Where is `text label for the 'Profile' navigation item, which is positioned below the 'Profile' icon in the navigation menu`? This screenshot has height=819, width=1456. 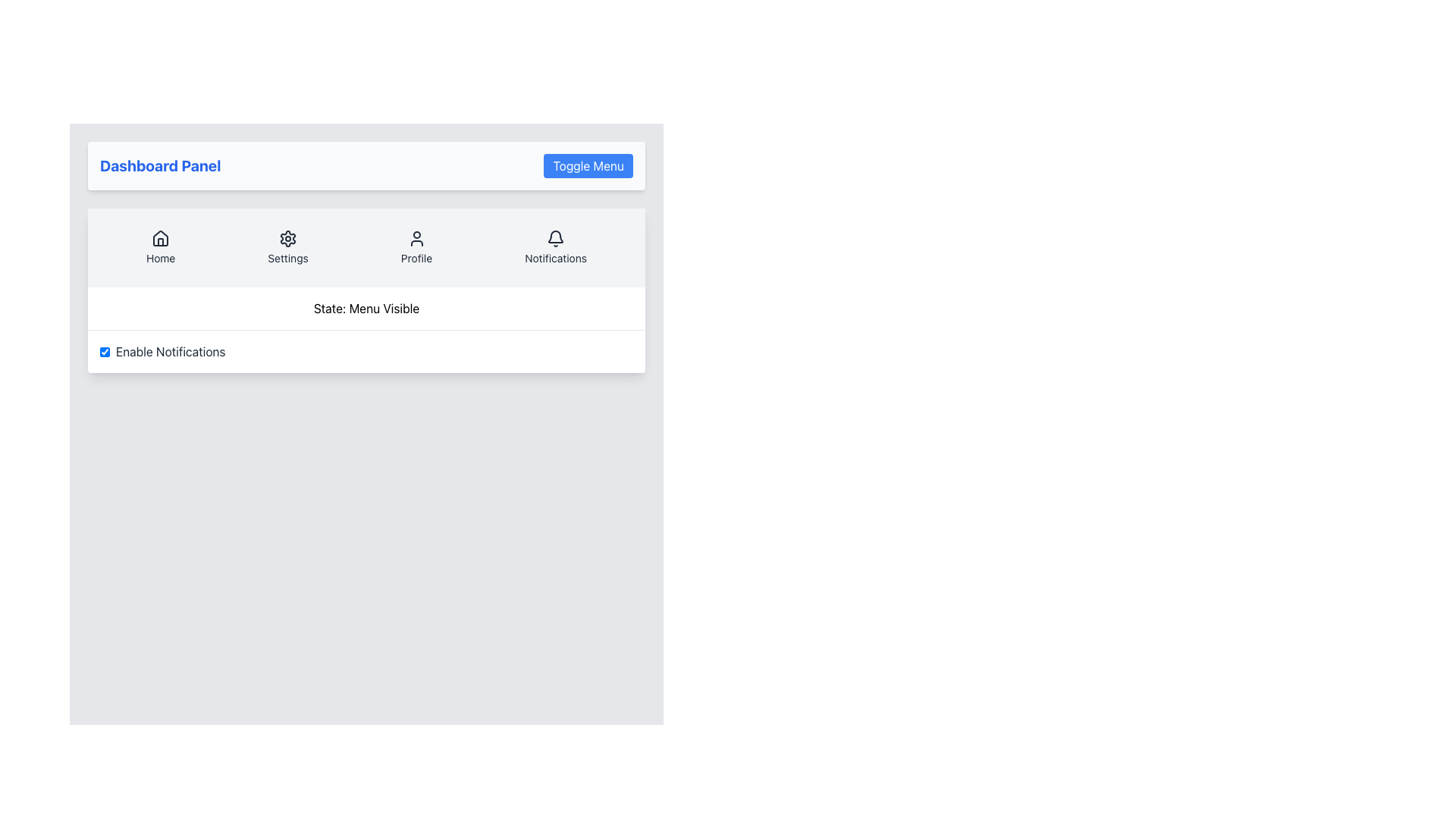 text label for the 'Profile' navigation item, which is positioned below the 'Profile' icon in the navigation menu is located at coordinates (416, 257).